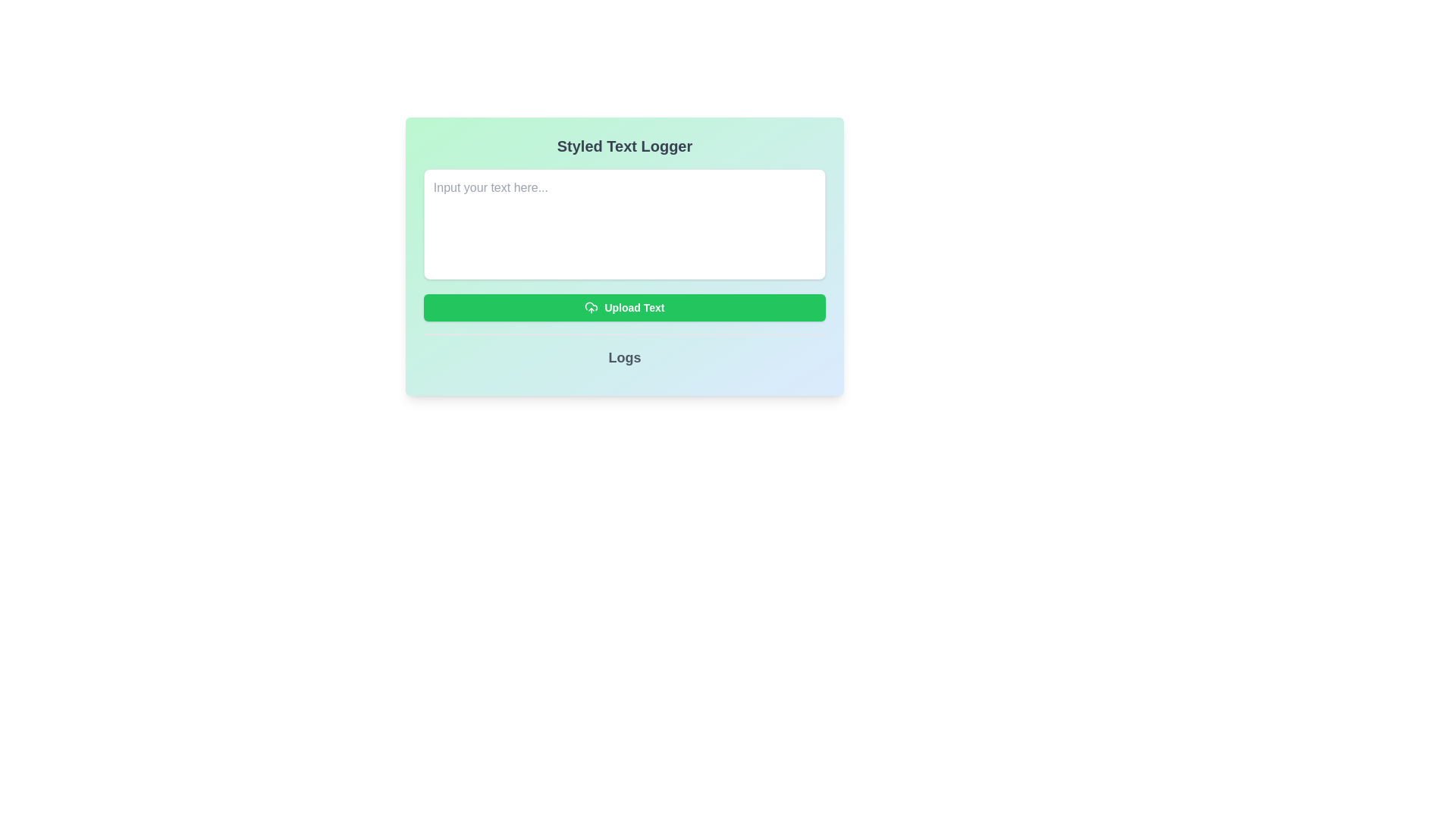 The height and width of the screenshot is (819, 1456). I want to click on the cloud-upload icon located inside the green 'Upload Text' button, so click(591, 307).